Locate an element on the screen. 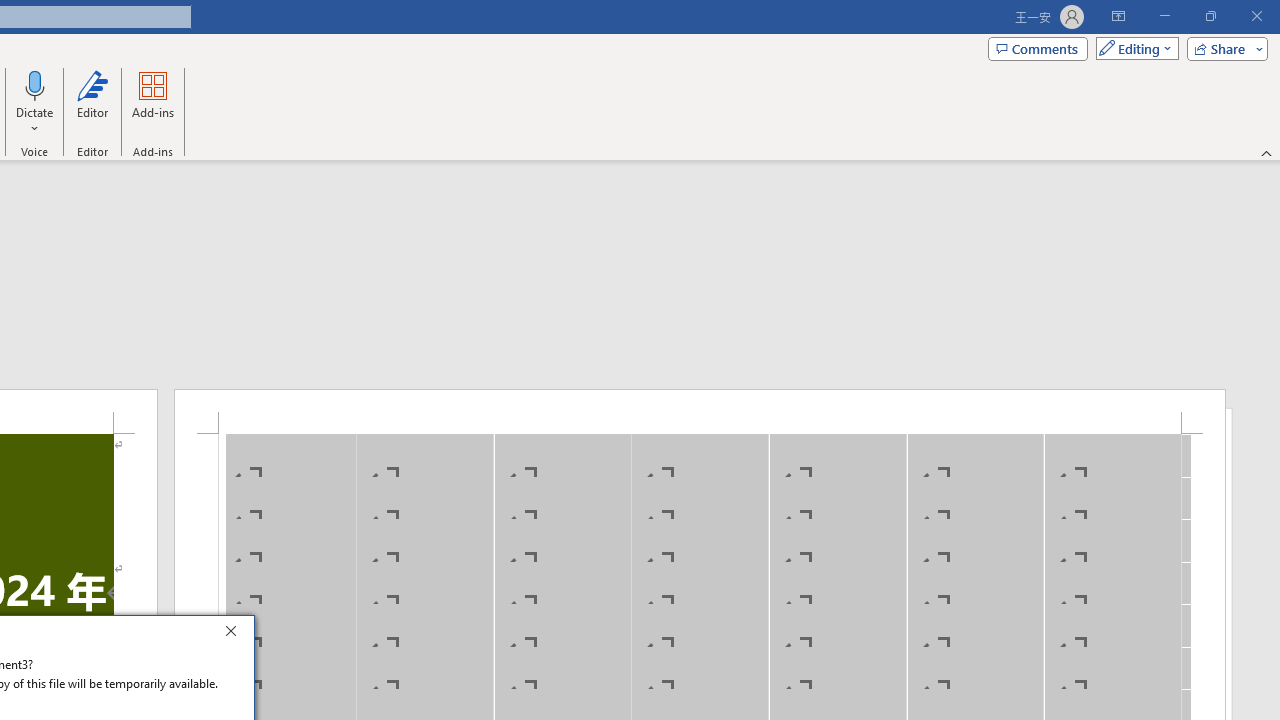 The height and width of the screenshot is (720, 1280). 'Ribbon Display Options' is located at coordinates (1117, 16).